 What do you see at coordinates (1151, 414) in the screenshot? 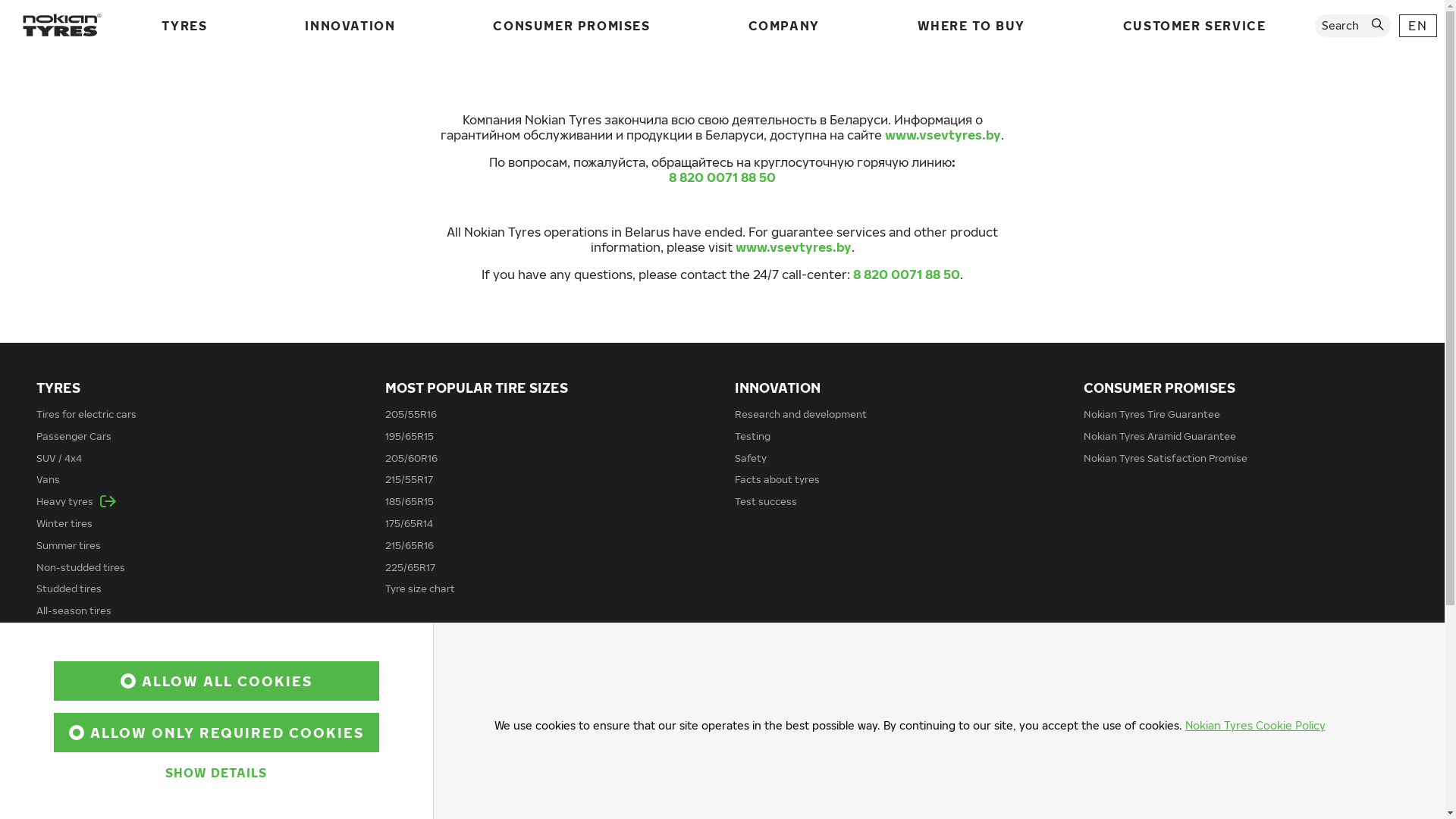
I see `'Nokian Tyres Tire Guarantee'` at bounding box center [1151, 414].